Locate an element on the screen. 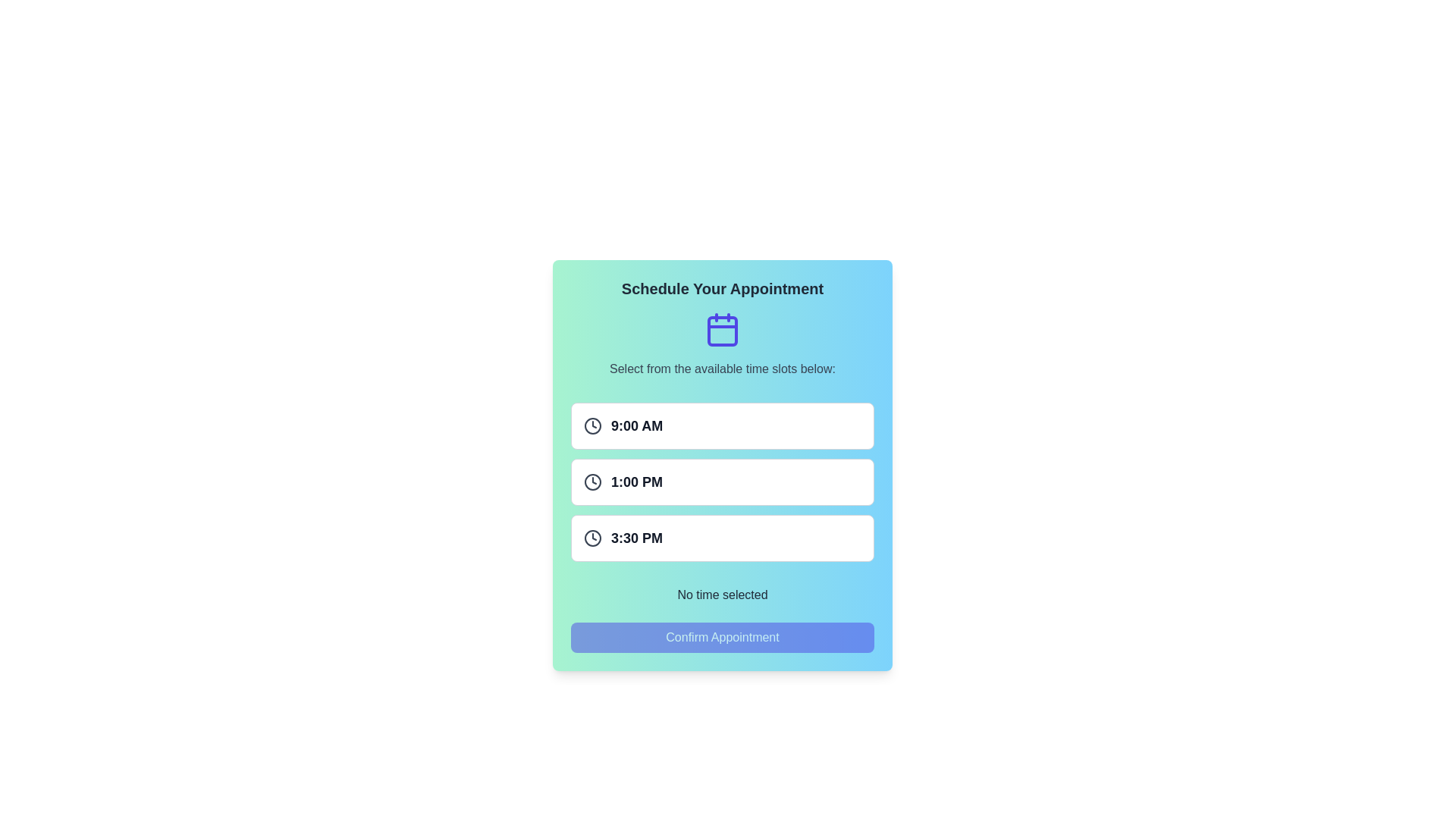 The height and width of the screenshot is (819, 1456). the graphical circle within the clock icon, located to the left of the '3:30 PM' time option is located at coordinates (592, 537).